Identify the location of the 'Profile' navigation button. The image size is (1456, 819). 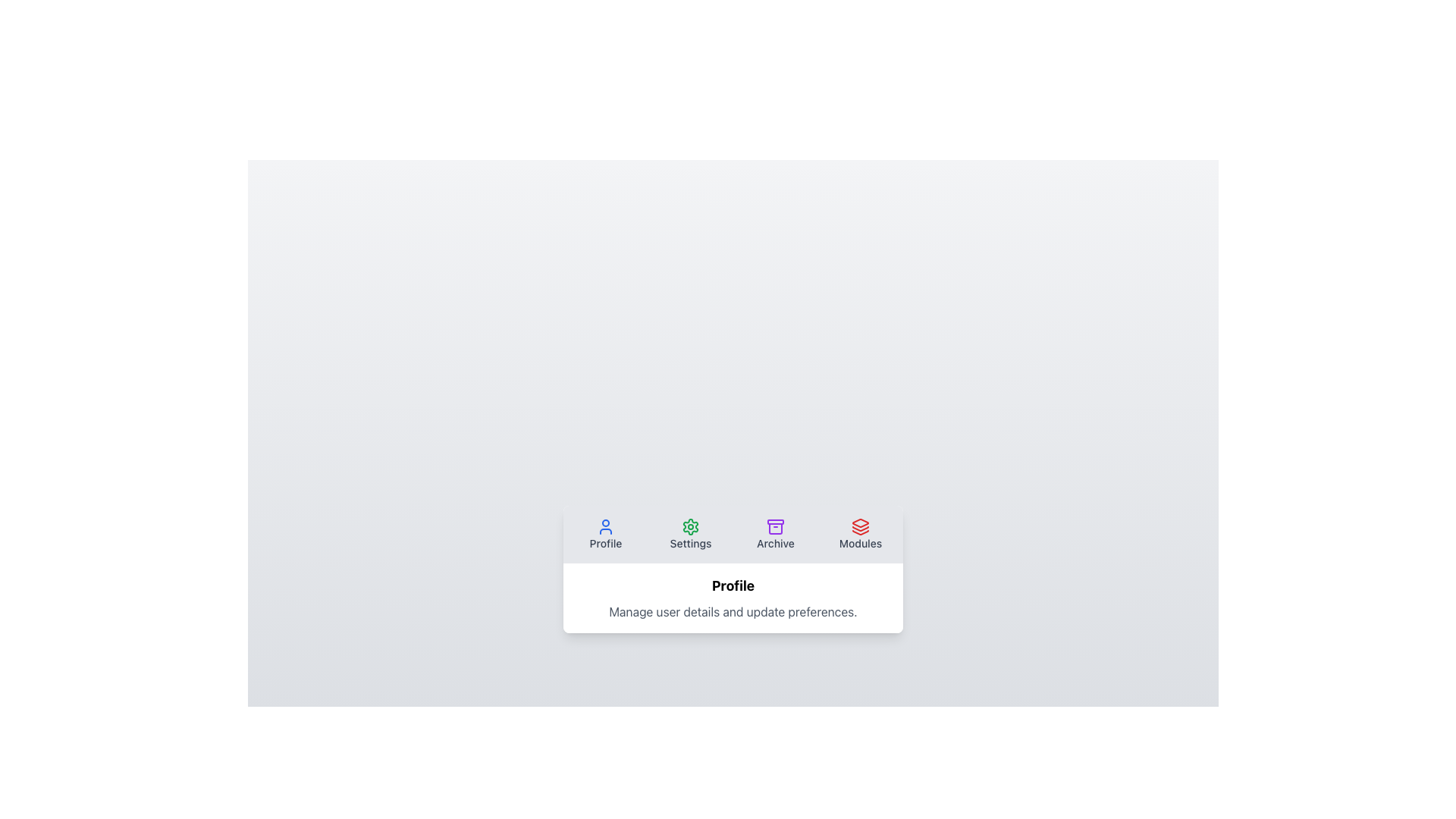
(604, 534).